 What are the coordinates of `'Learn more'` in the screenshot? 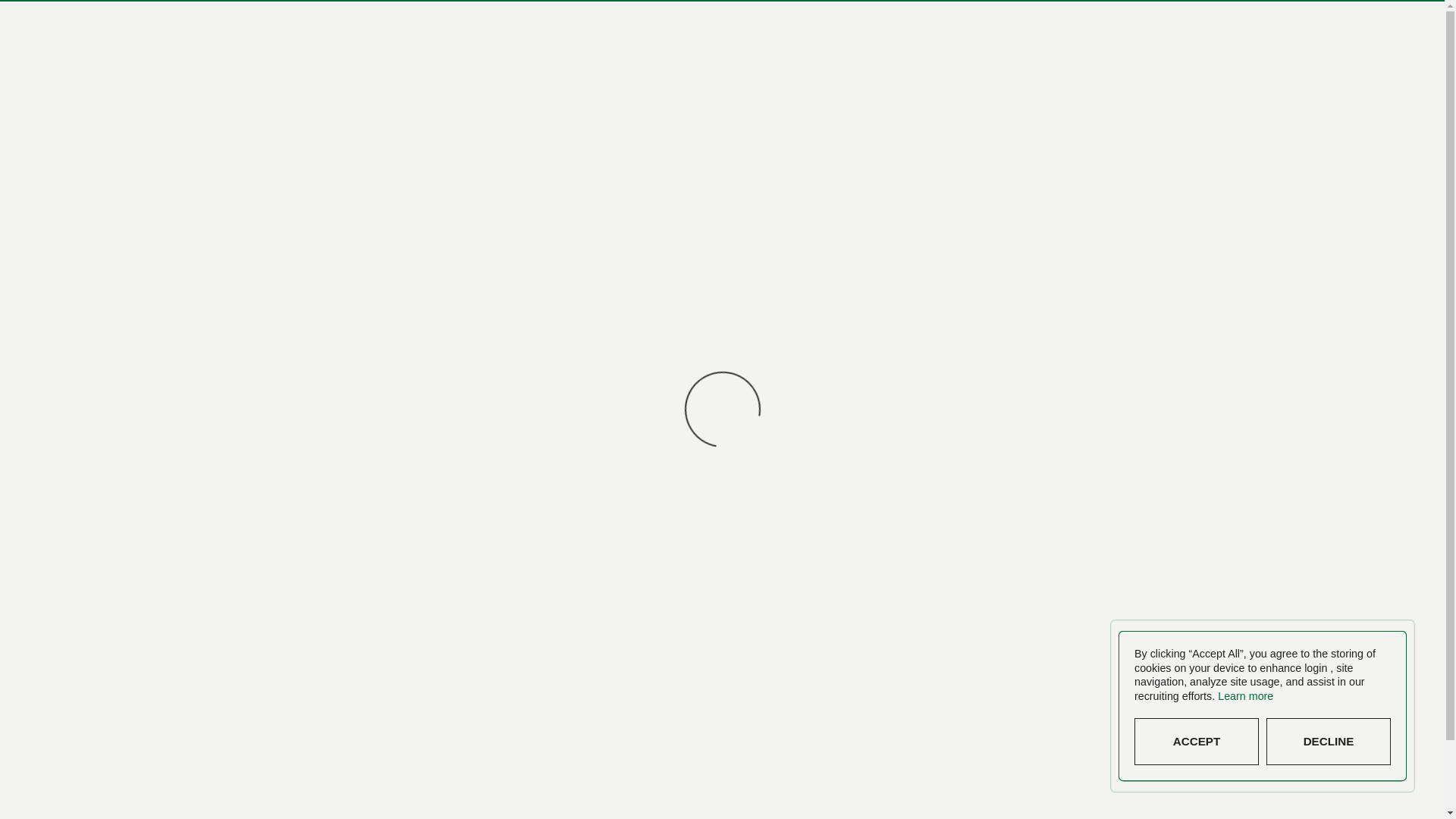 It's located at (1304, 696).